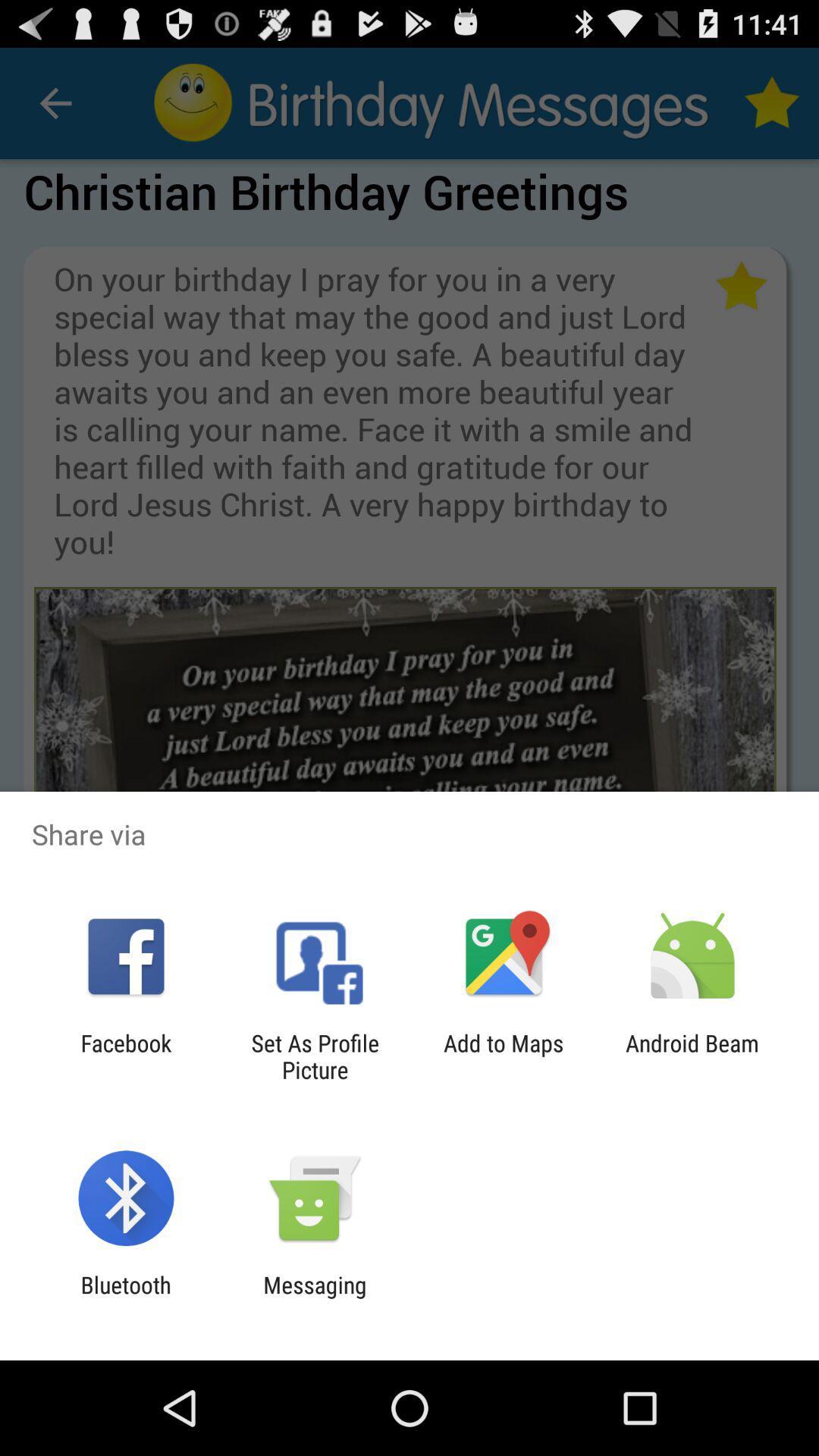 This screenshot has width=819, height=1456. I want to click on icon next to the facebook app, so click(314, 1056).